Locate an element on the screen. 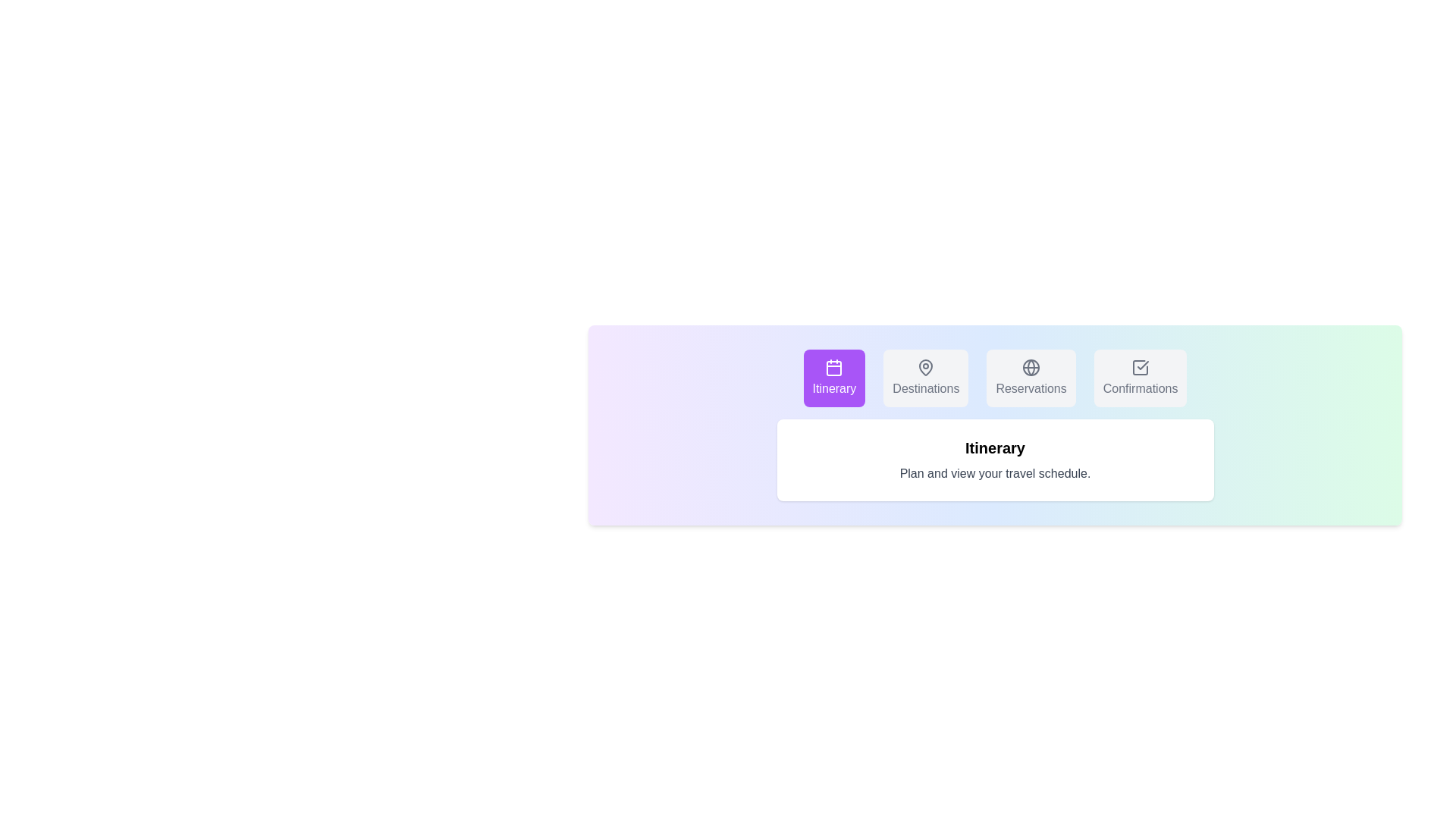  the tab labeled Destinations to observe its hover effect is located at coordinates (924, 377).